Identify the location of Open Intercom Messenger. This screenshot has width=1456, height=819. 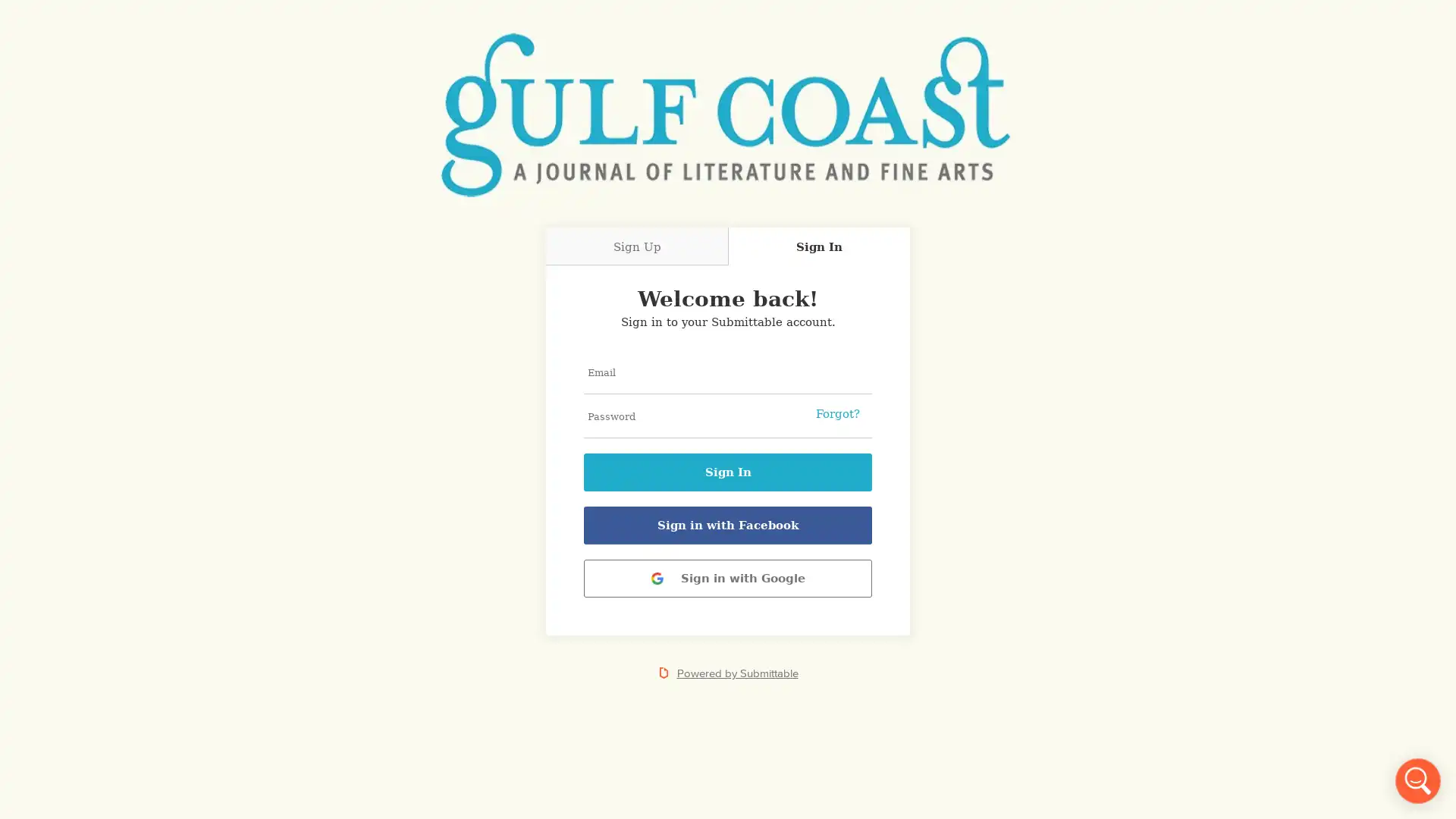
(1417, 780).